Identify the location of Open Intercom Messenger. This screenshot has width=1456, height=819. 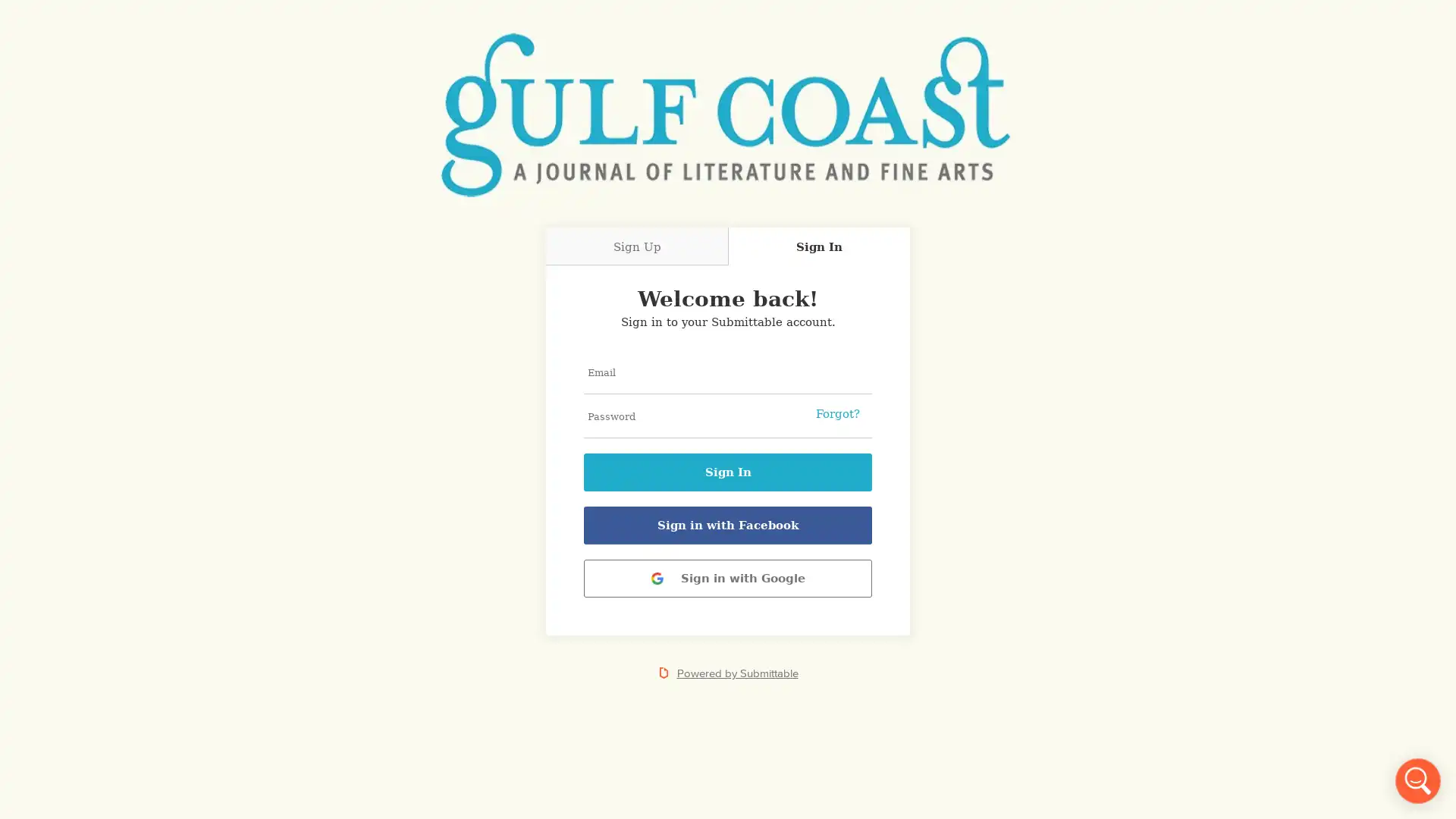
(1417, 780).